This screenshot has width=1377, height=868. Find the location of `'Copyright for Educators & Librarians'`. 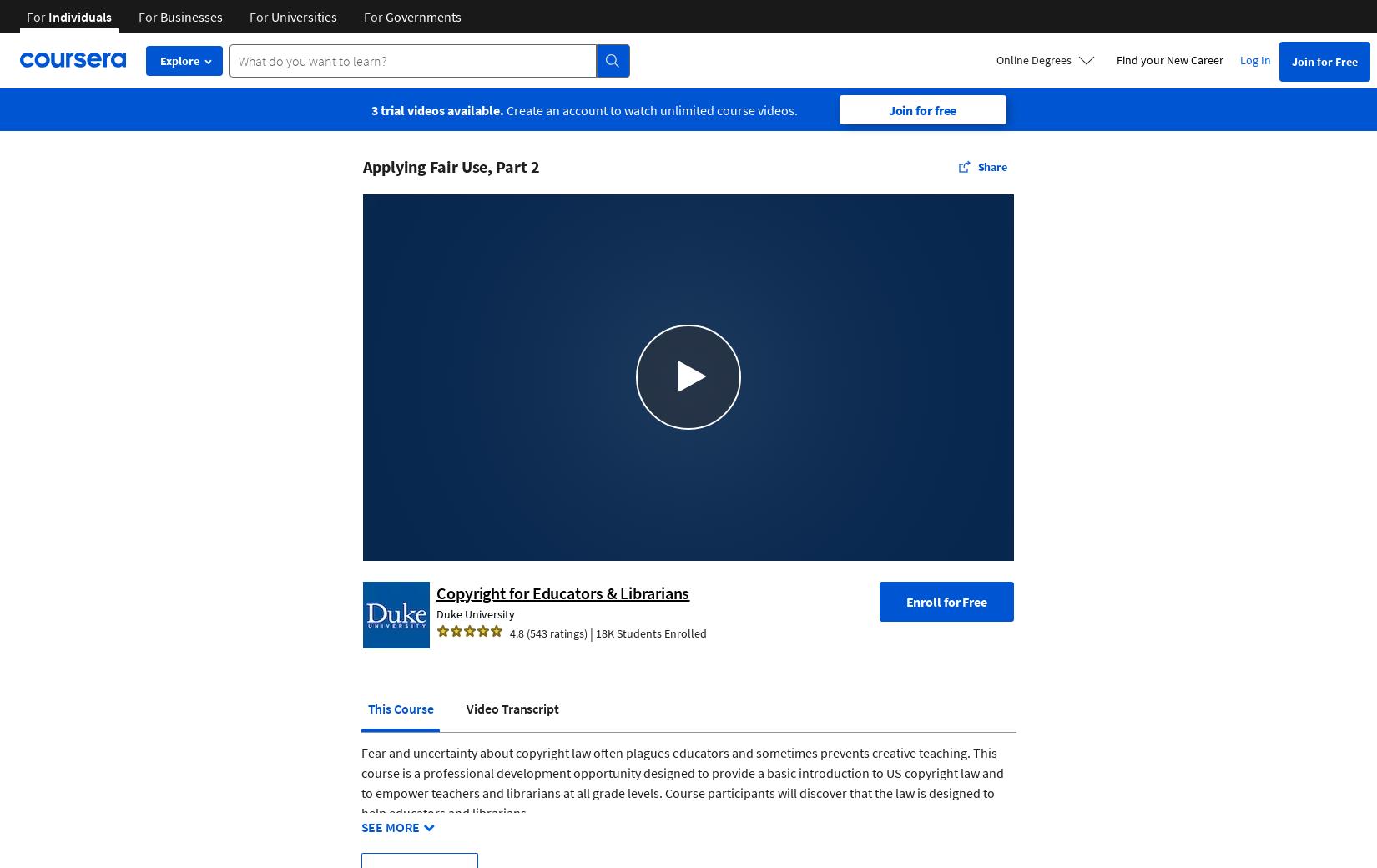

'Copyright for Educators & Librarians' is located at coordinates (562, 592).